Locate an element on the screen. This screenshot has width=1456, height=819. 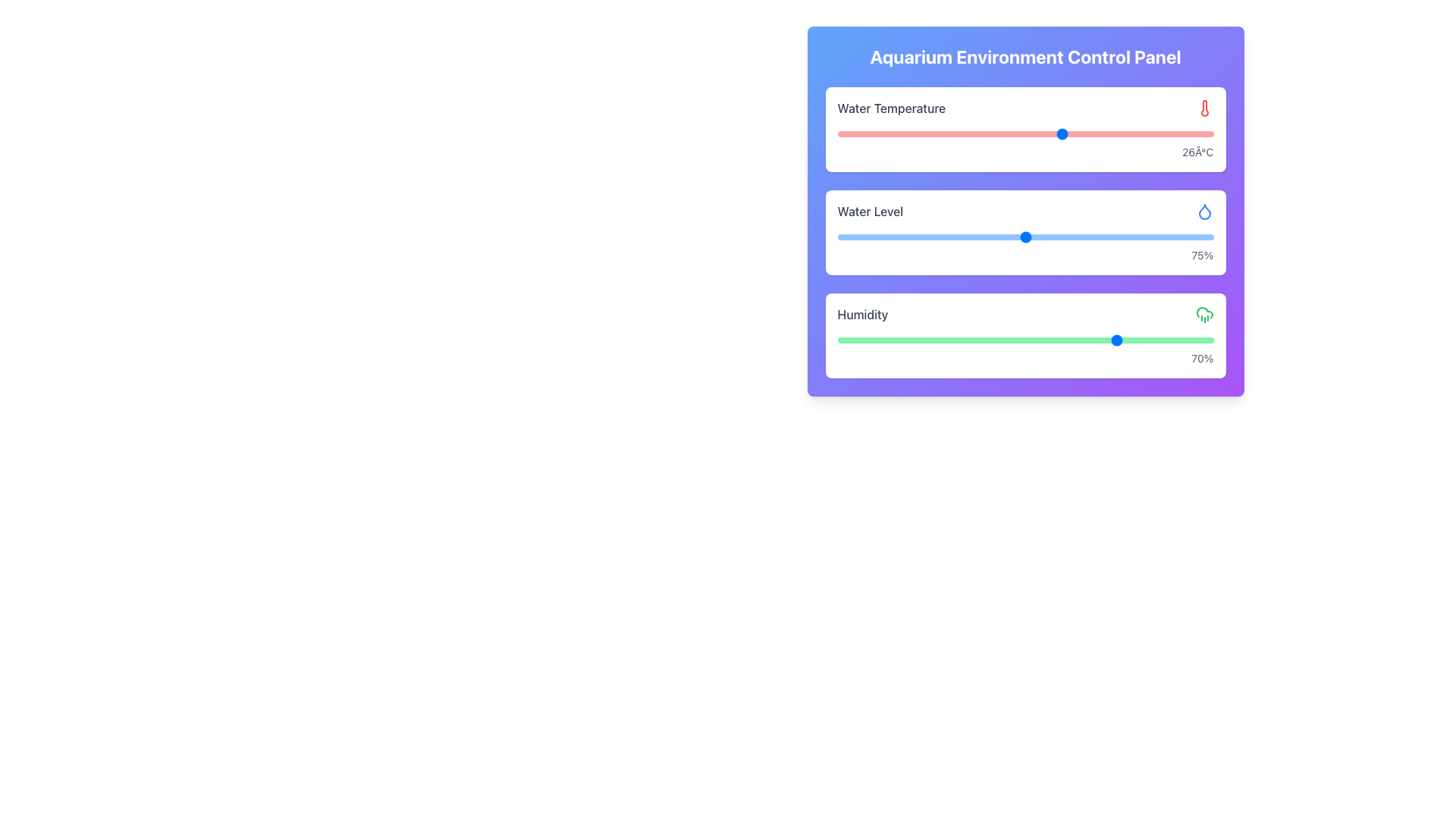
the blue water droplet icon with a white fill, located adjacent to the 70% humidity label on the third slider is located at coordinates (1203, 212).